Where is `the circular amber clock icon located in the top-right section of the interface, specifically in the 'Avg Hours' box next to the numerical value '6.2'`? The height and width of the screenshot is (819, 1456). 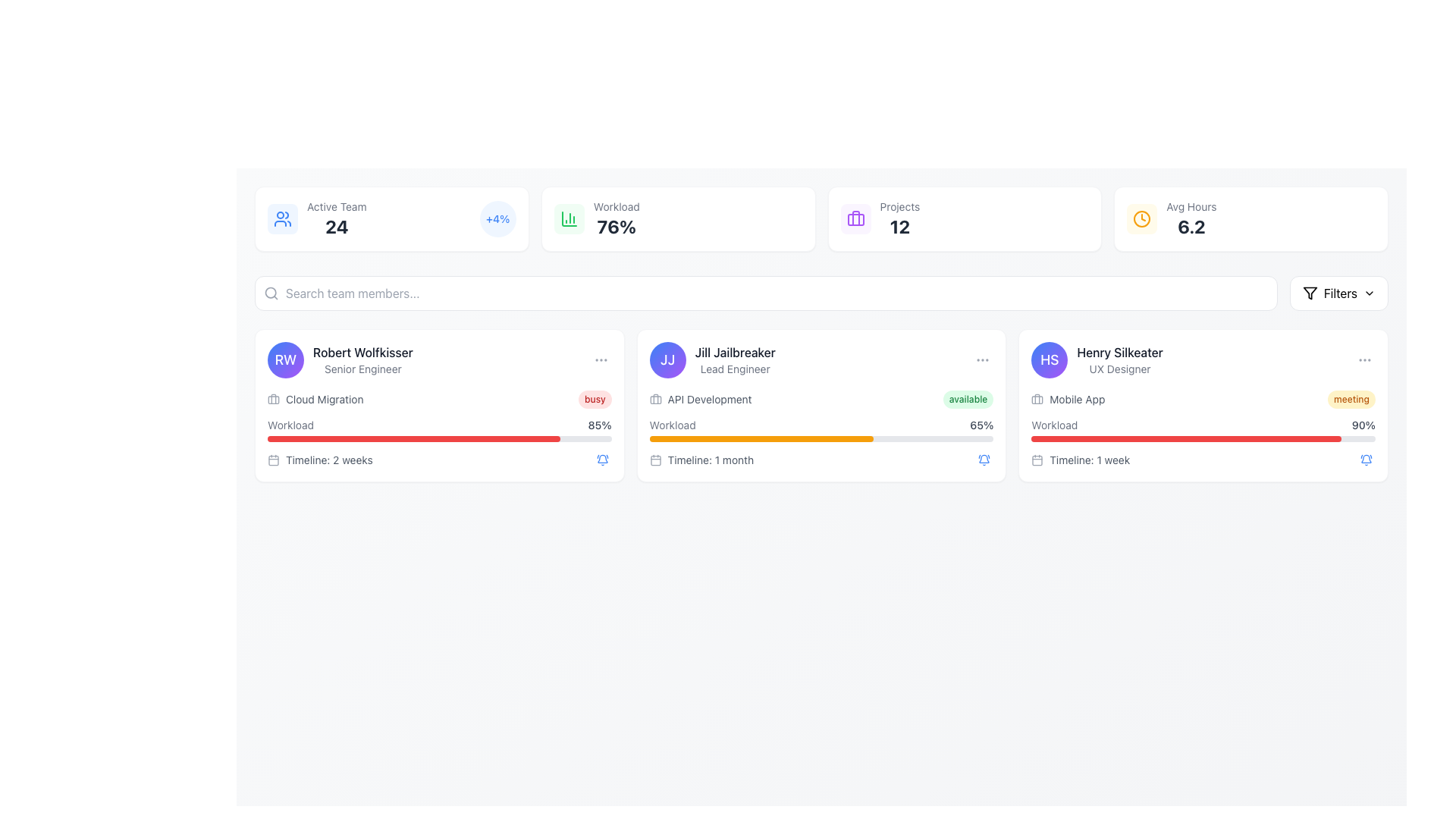
the circular amber clock icon located in the top-right section of the interface, specifically in the 'Avg Hours' box next to the numerical value '6.2' is located at coordinates (1142, 219).